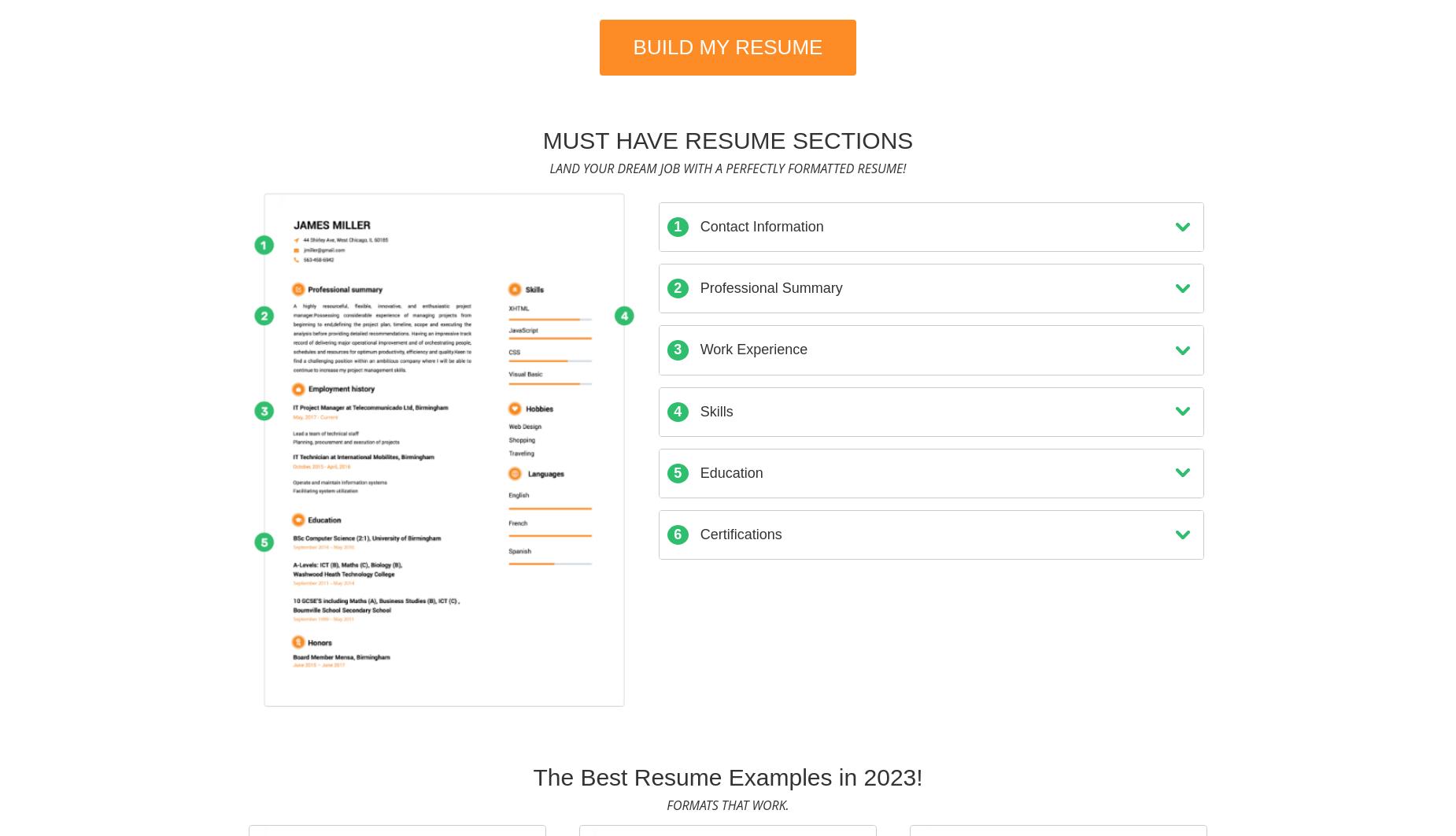 Image resolution: width=1456 pixels, height=836 pixels. Describe the element at coordinates (737, 533) in the screenshot. I see `'Certifications'` at that location.